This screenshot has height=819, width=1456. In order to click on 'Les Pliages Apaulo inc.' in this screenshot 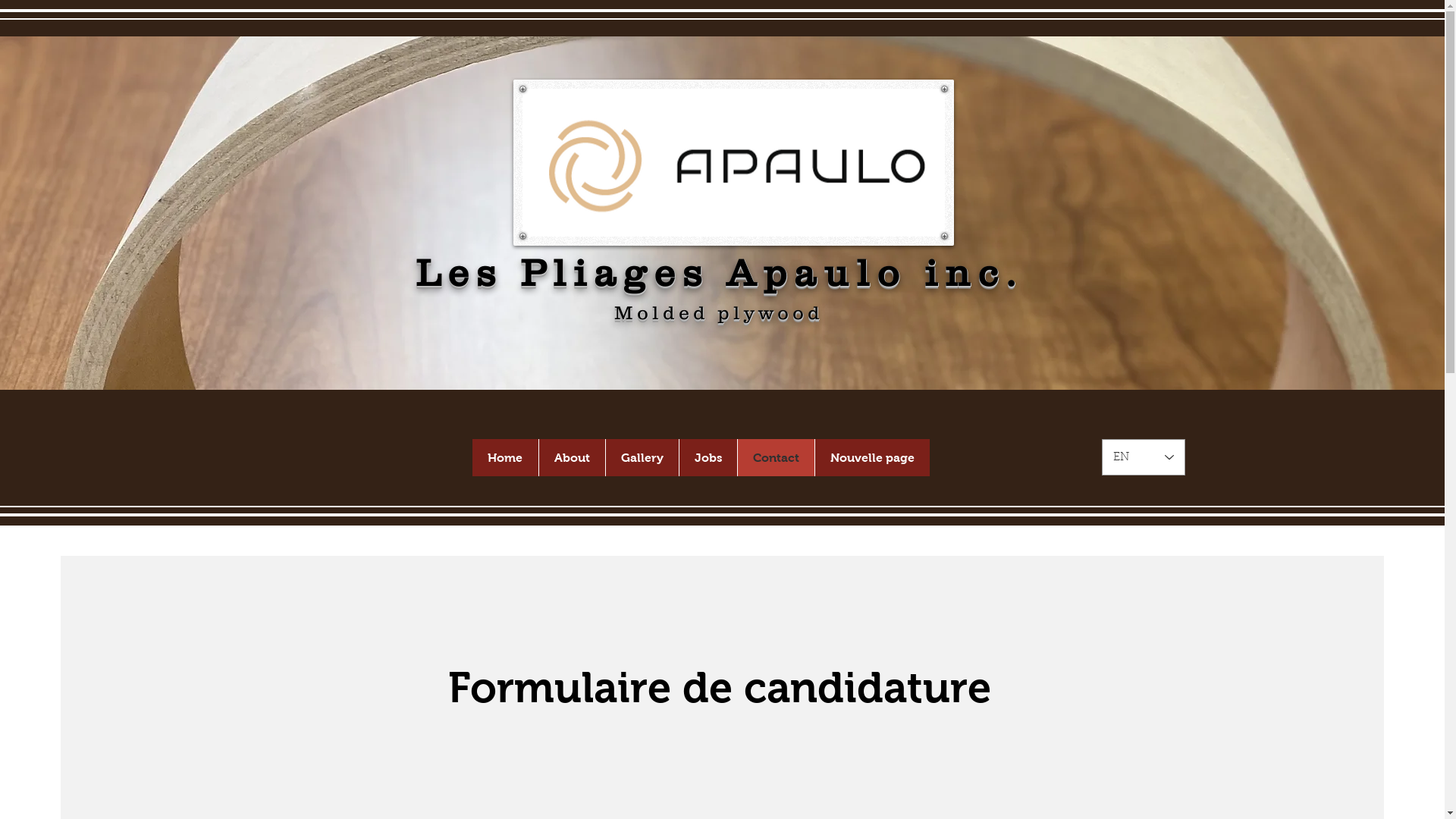, I will do `click(718, 271)`.